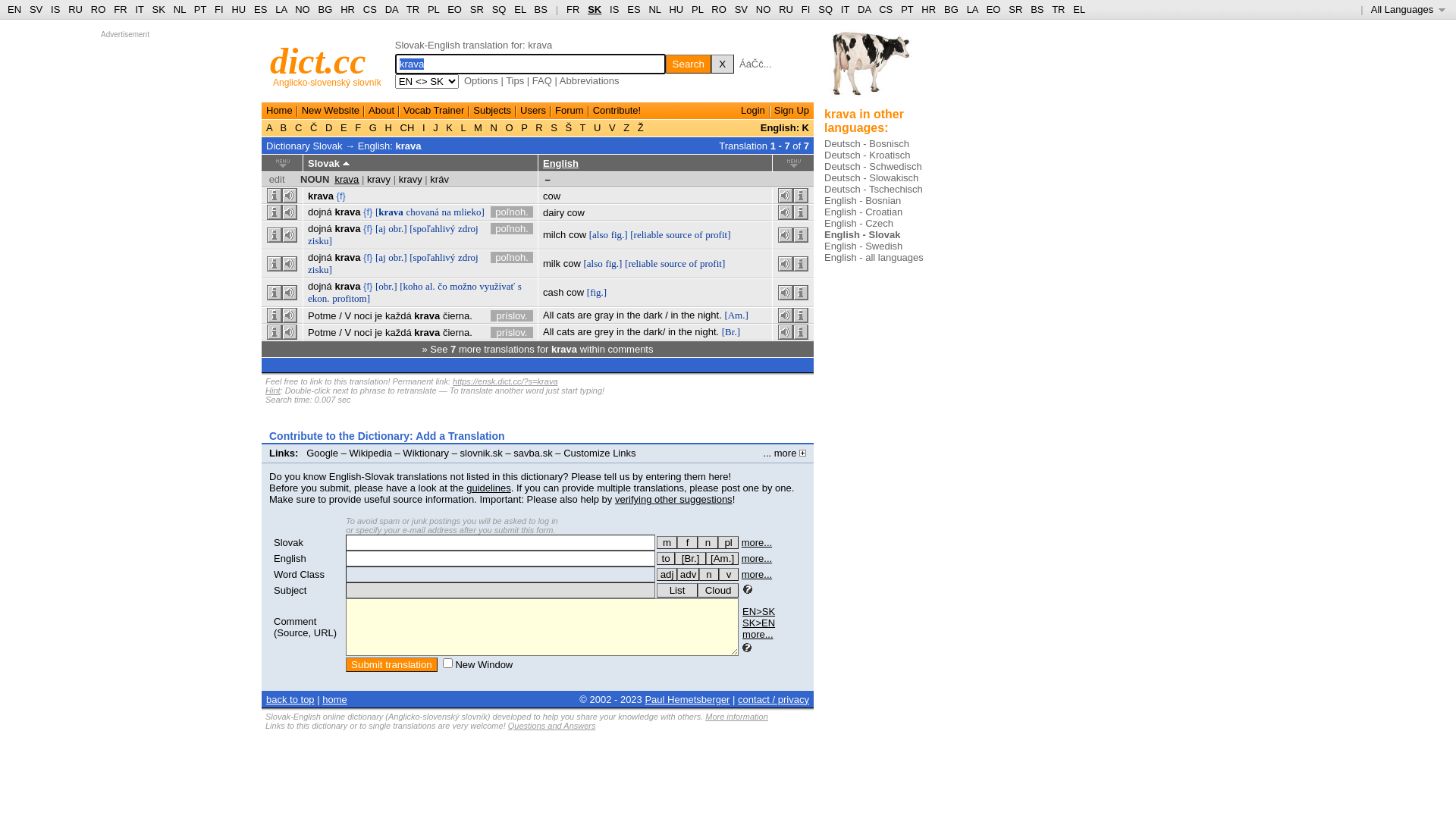 This screenshot has height=819, width=1456. What do you see at coordinates (411, 286) in the screenshot?
I see `'[koho'` at bounding box center [411, 286].